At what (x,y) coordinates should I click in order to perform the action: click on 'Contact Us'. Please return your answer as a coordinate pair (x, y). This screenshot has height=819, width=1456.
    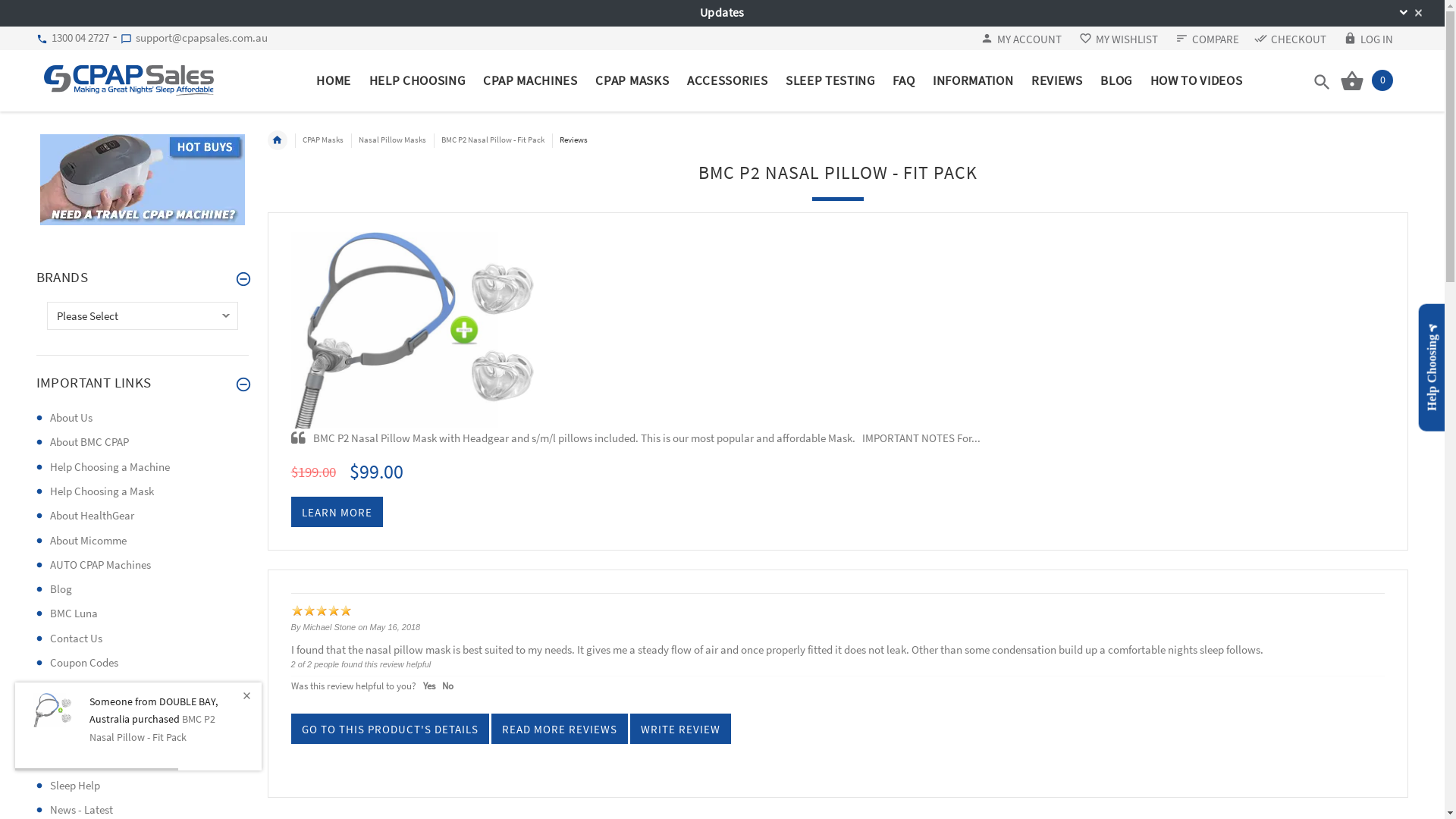
    Looking at the image, I should click on (75, 638).